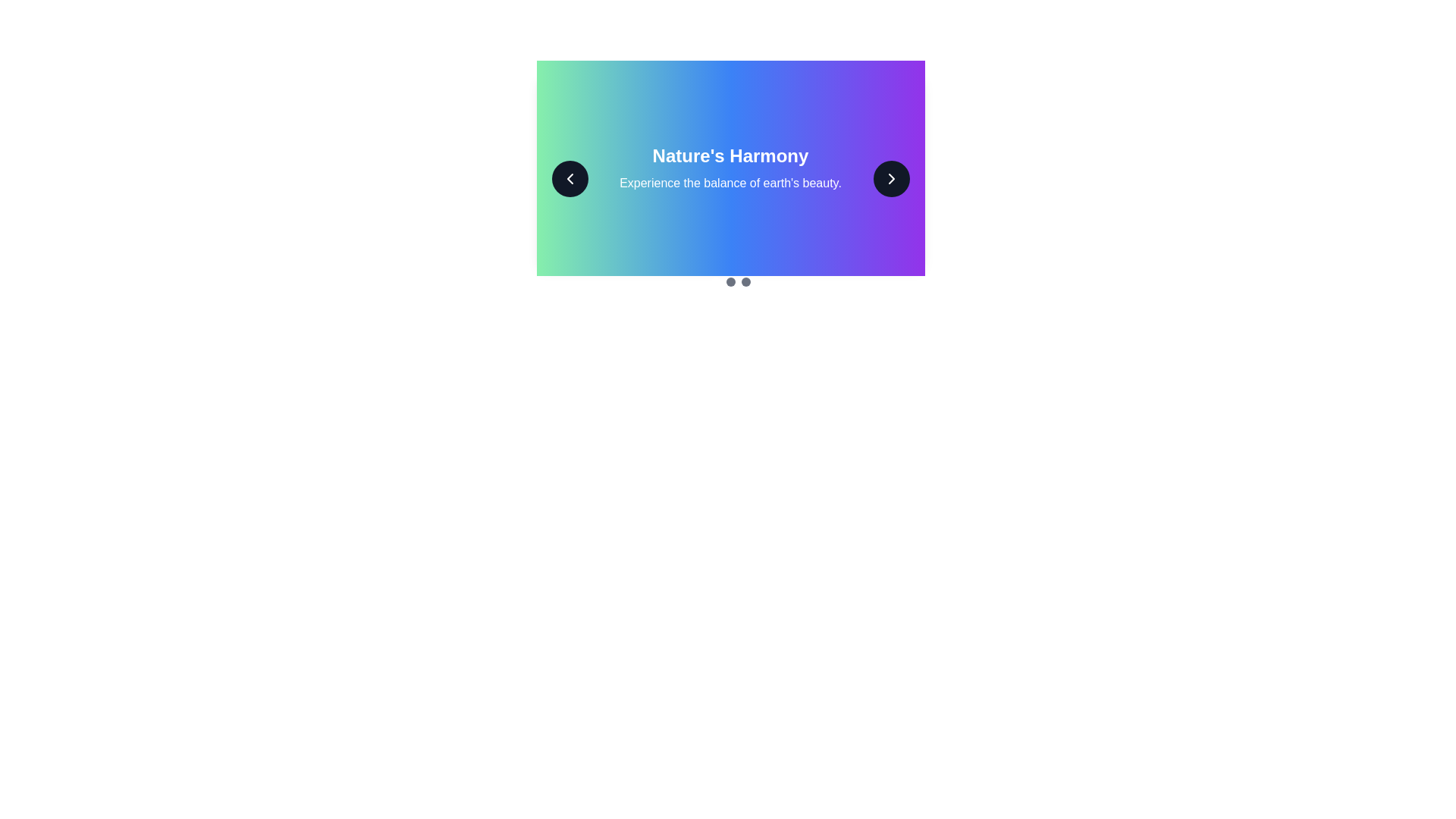  What do you see at coordinates (730, 183) in the screenshot?
I see `the textual element reading 'Experience the balance of earth's beauty.'` at bounding box center [730, 183].